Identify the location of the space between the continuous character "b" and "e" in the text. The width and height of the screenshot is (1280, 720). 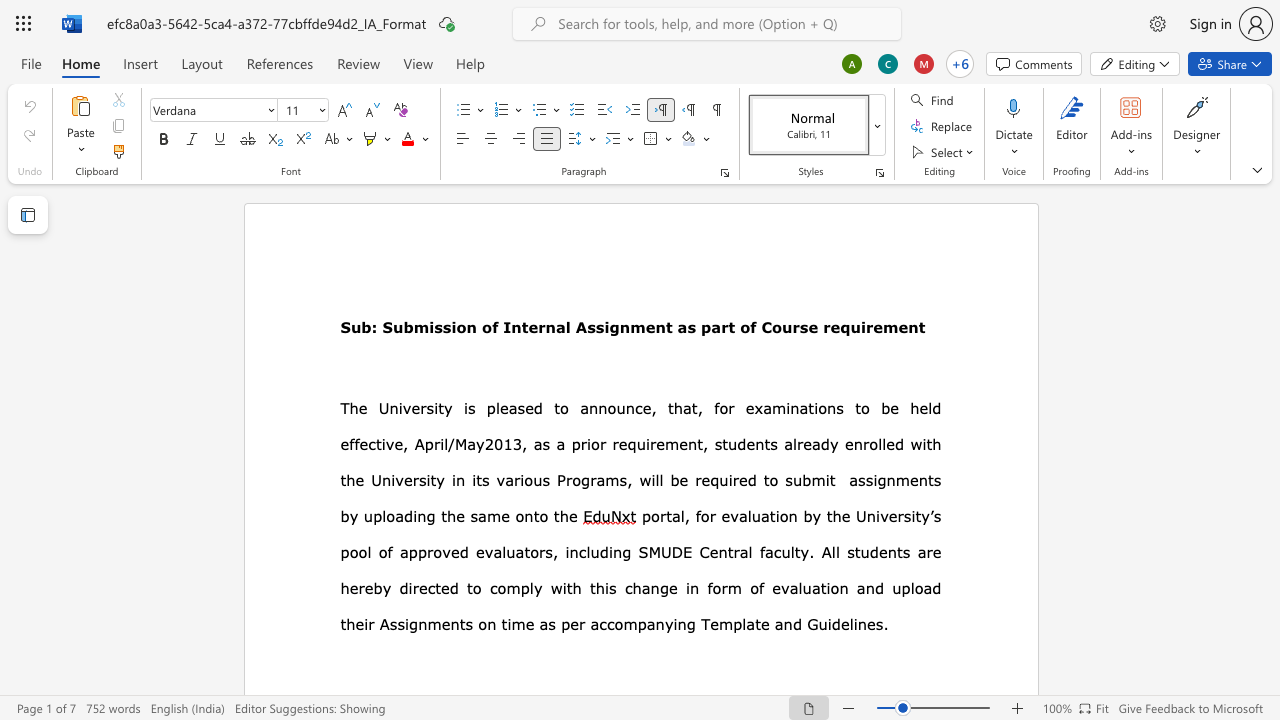
(679, 480).